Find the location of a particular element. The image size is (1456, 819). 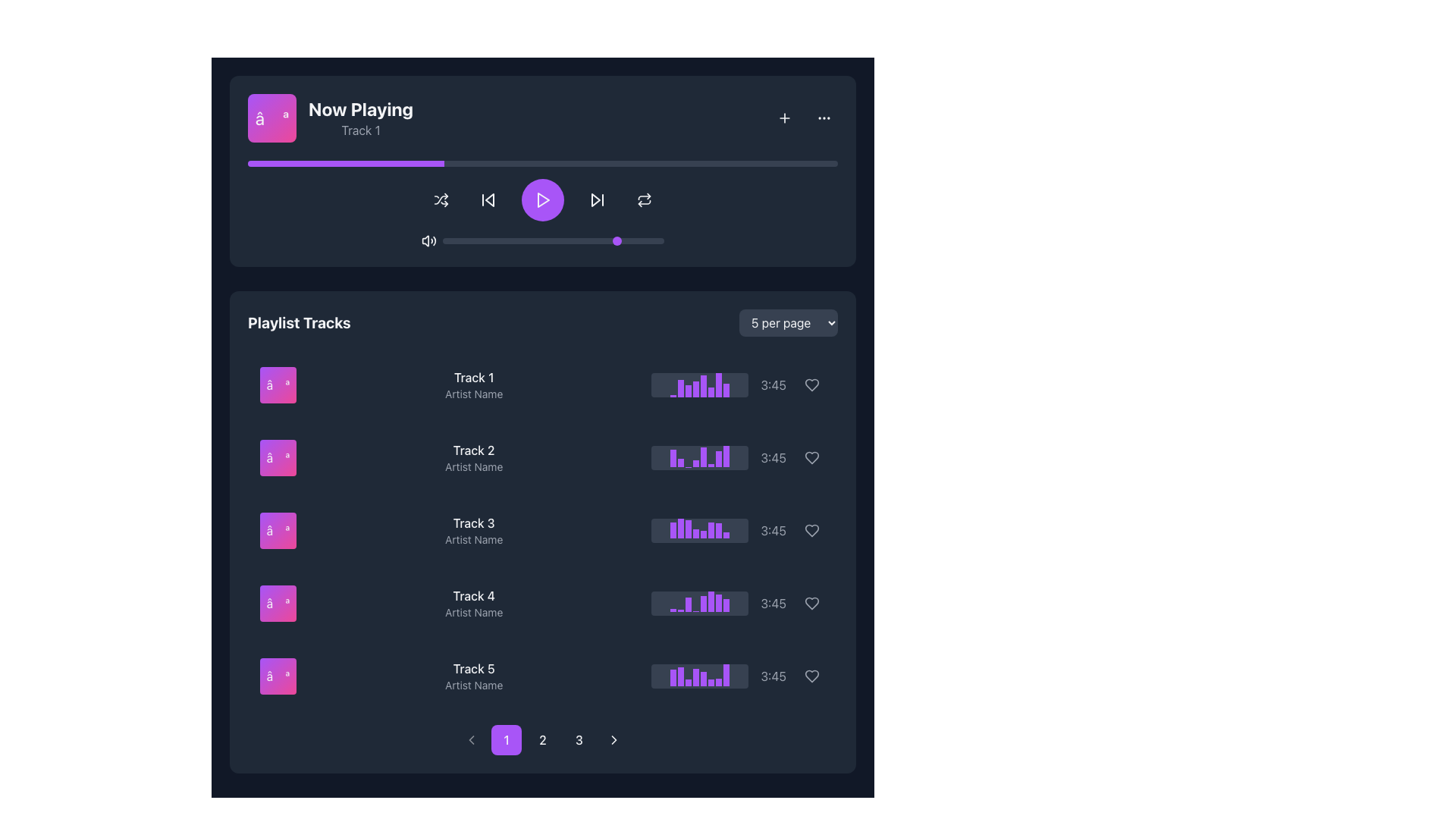

the circular button with a purple background and play icon at its center to play or pause playback is located at coordinates (542, 199).